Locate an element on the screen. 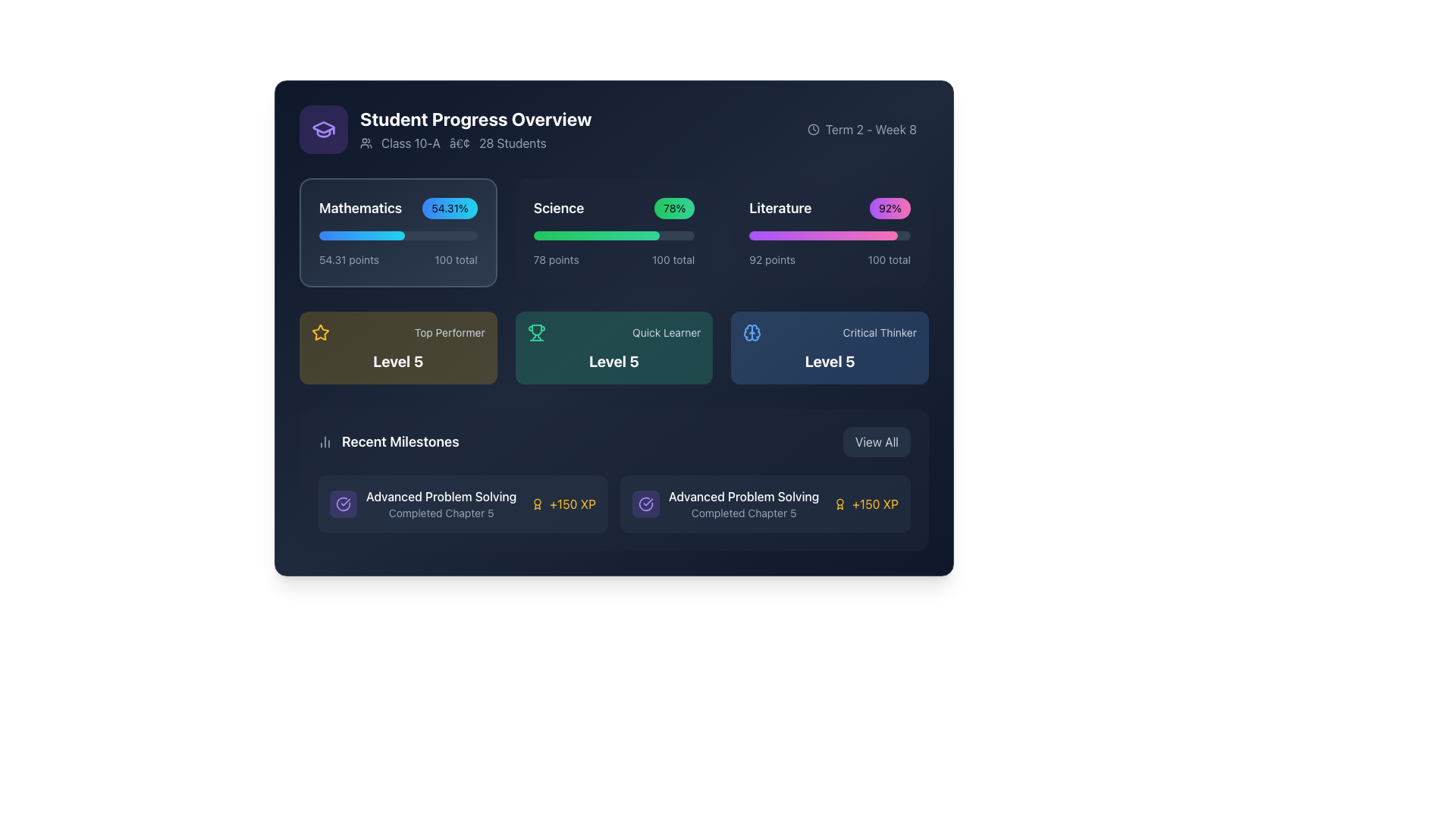 Image resolution: width=1456 pixels, height=819 pixels. the small slate-gray clock icon located on the right side of the header section, just to the left of the text 'Term 2 - Week 8' is located at coordinates (812, 128).